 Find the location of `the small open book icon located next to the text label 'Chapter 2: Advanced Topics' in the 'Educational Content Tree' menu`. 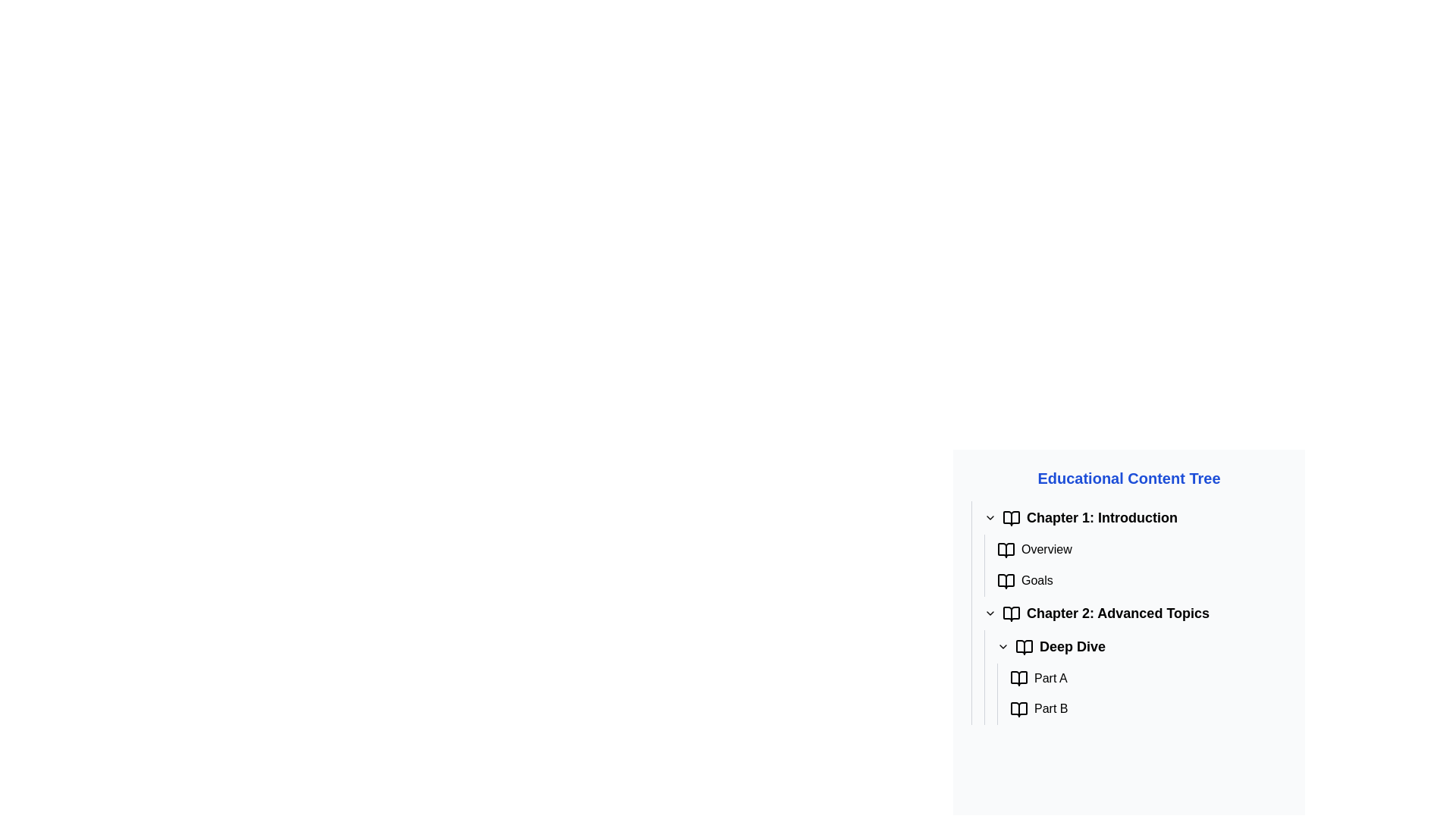

the small open book icon located next to the text label 'Chapter 2: Advanced Topics' in the 'Educational Content Tree' menu is located at coordinates (1012, 613).